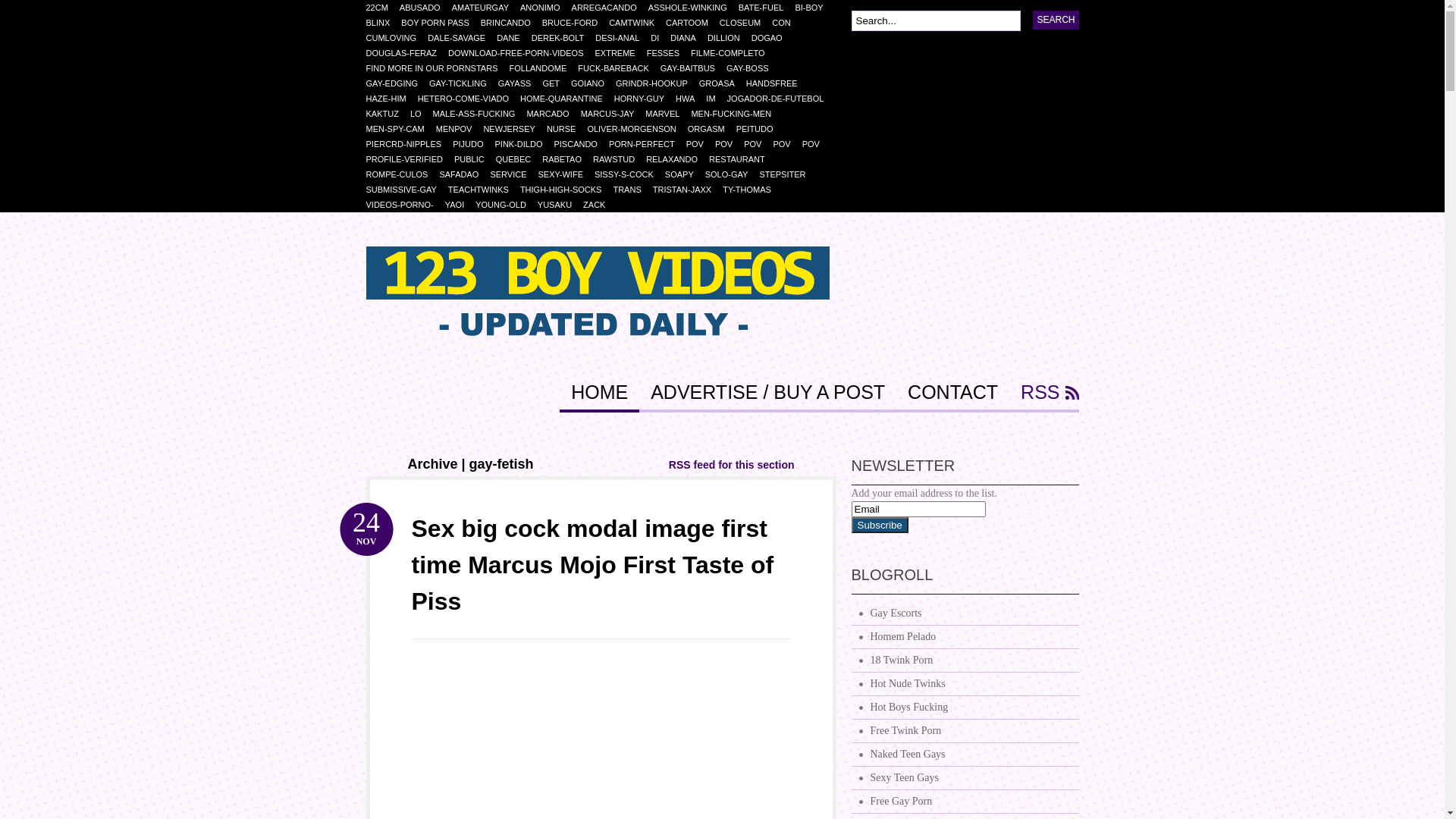 The width and height of the screenshot is (1456, 819). What do you see at coordinates (667, 113) in the screenshot?
I see `'MARVEL'` at bounding box center [667, 113].